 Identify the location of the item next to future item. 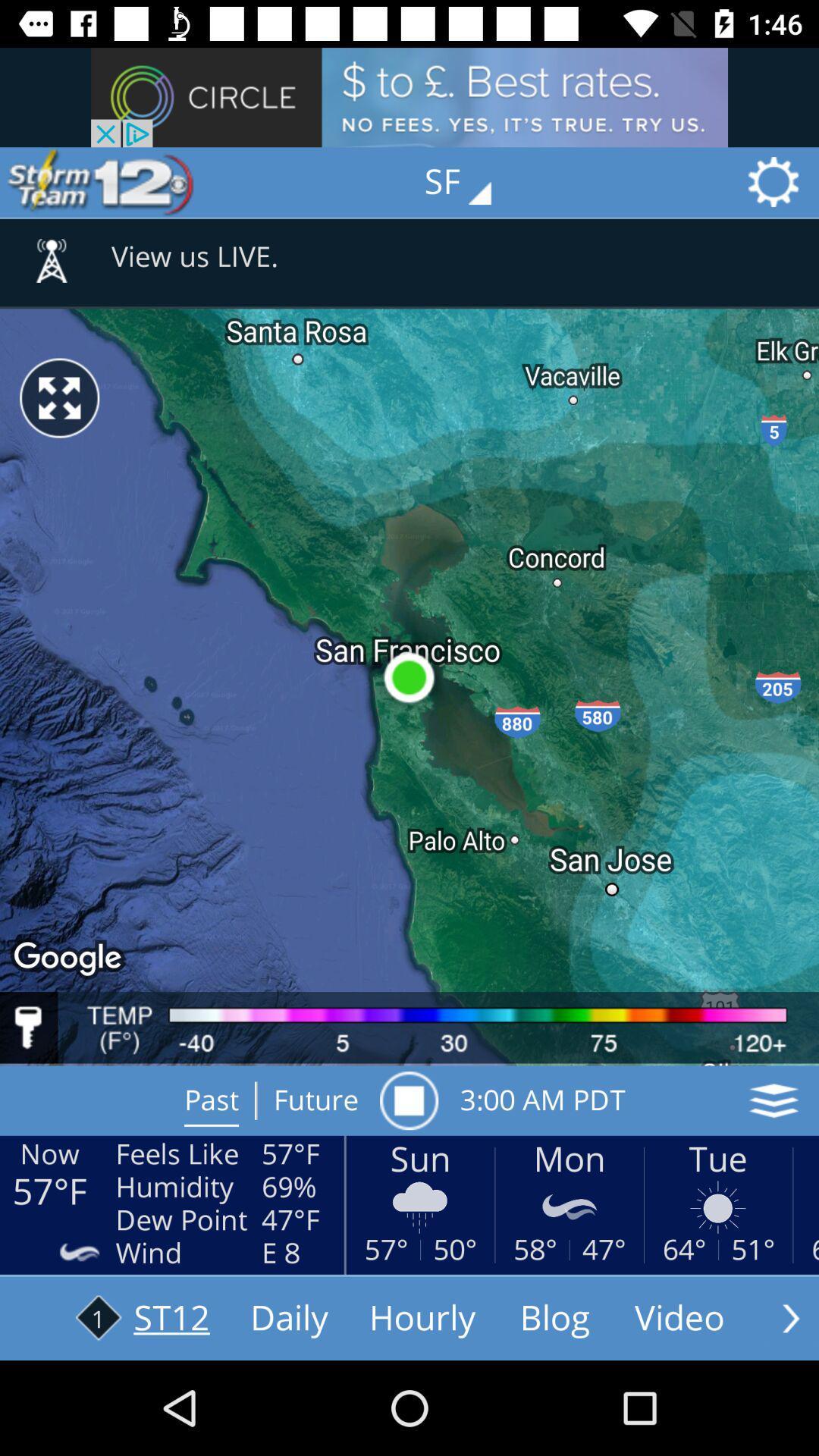
(408, 1100).